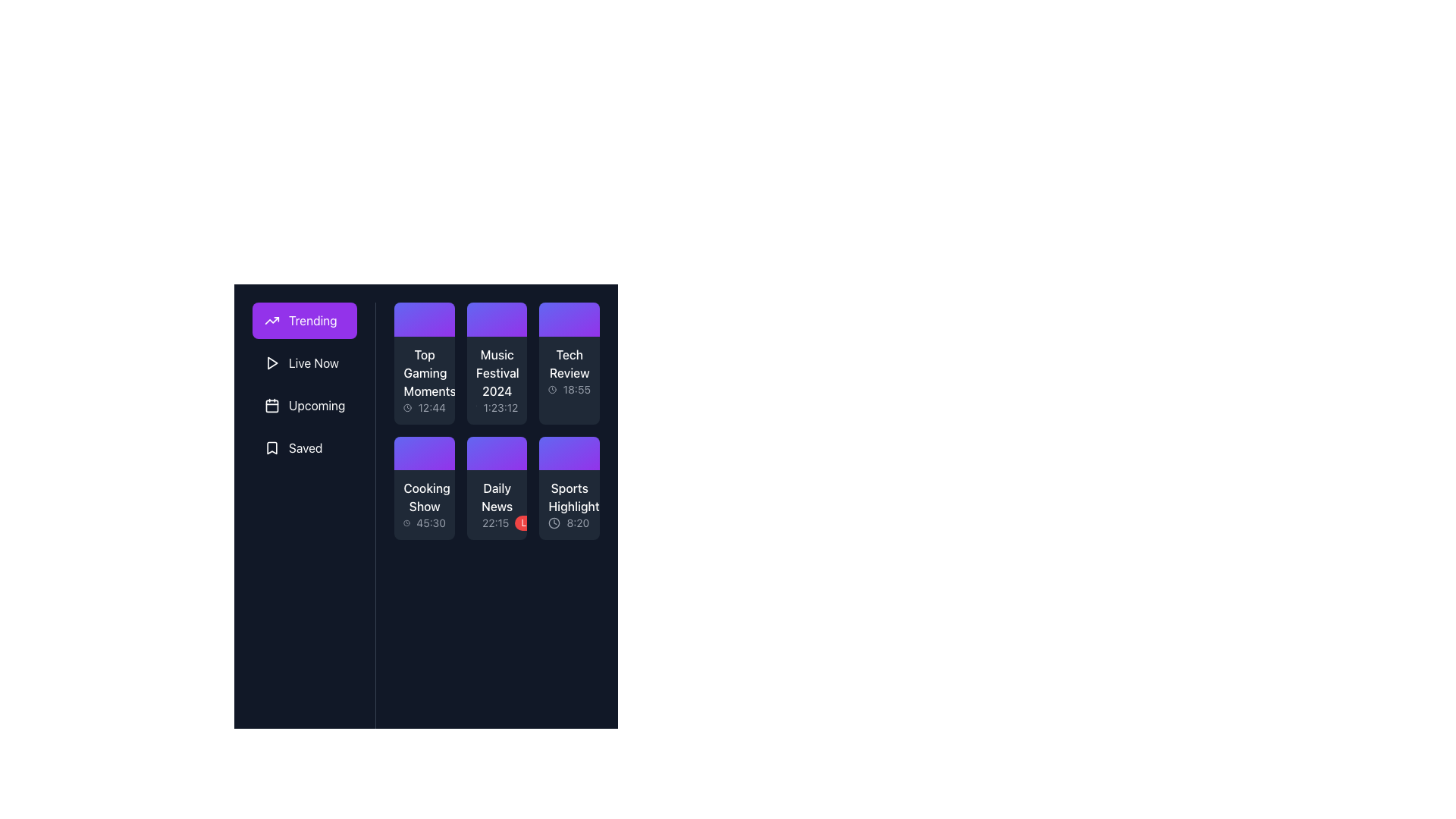 The height and width of the screenshot is (819, 1456). I want to click on the clock icon located in the bottom-right corner of the 'Sports Highlight' card, so click(554, 522).